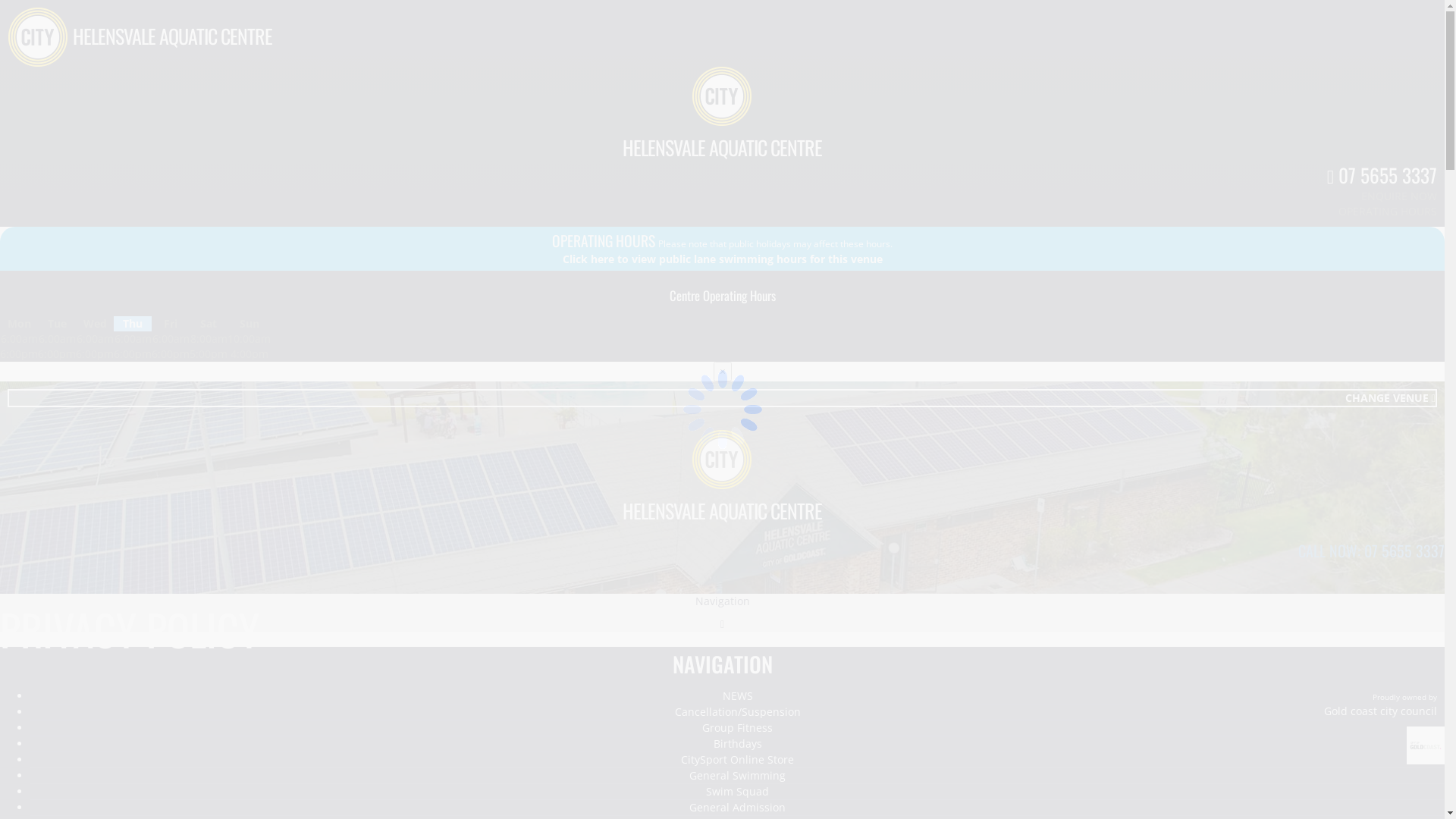  I want to click on '07 5655 3337', so click(1382, 174).